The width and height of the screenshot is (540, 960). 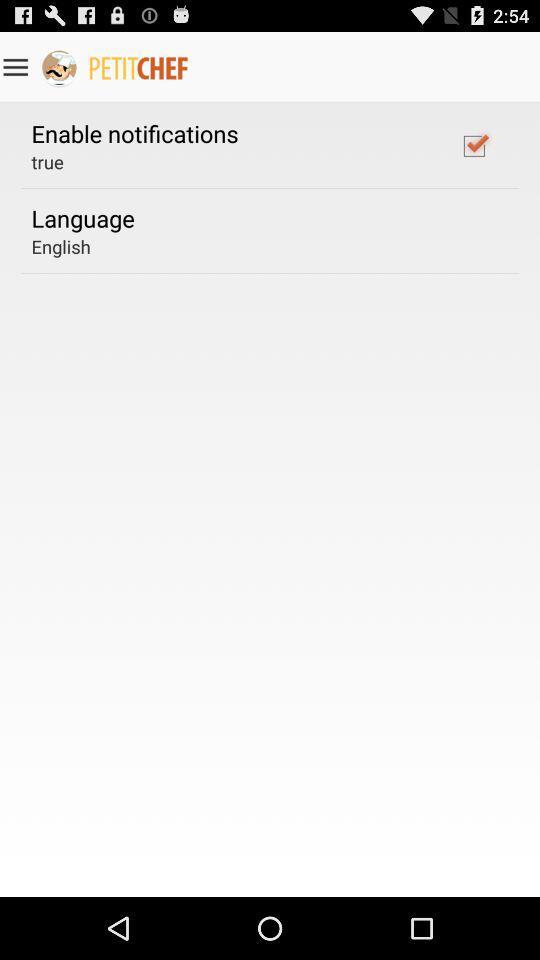 What do you see at coordinates (61, 245) in the screenshot?
I see `app below the language` at bounding box center [61, 245].